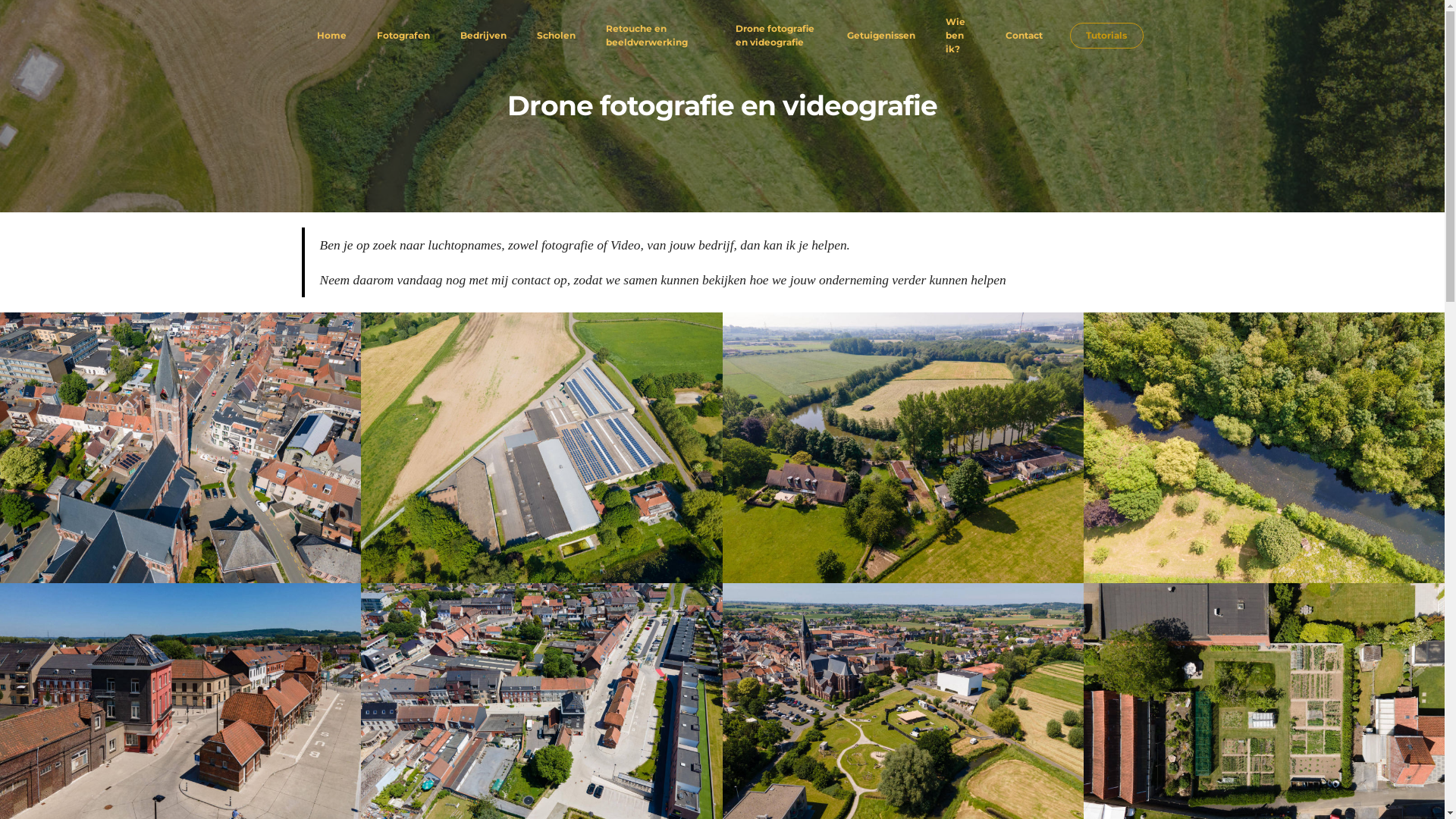 The image size is (1456, 819). Describe the element at coordinates (331, 34) in the screenshot. I see `'Home'` at that location.